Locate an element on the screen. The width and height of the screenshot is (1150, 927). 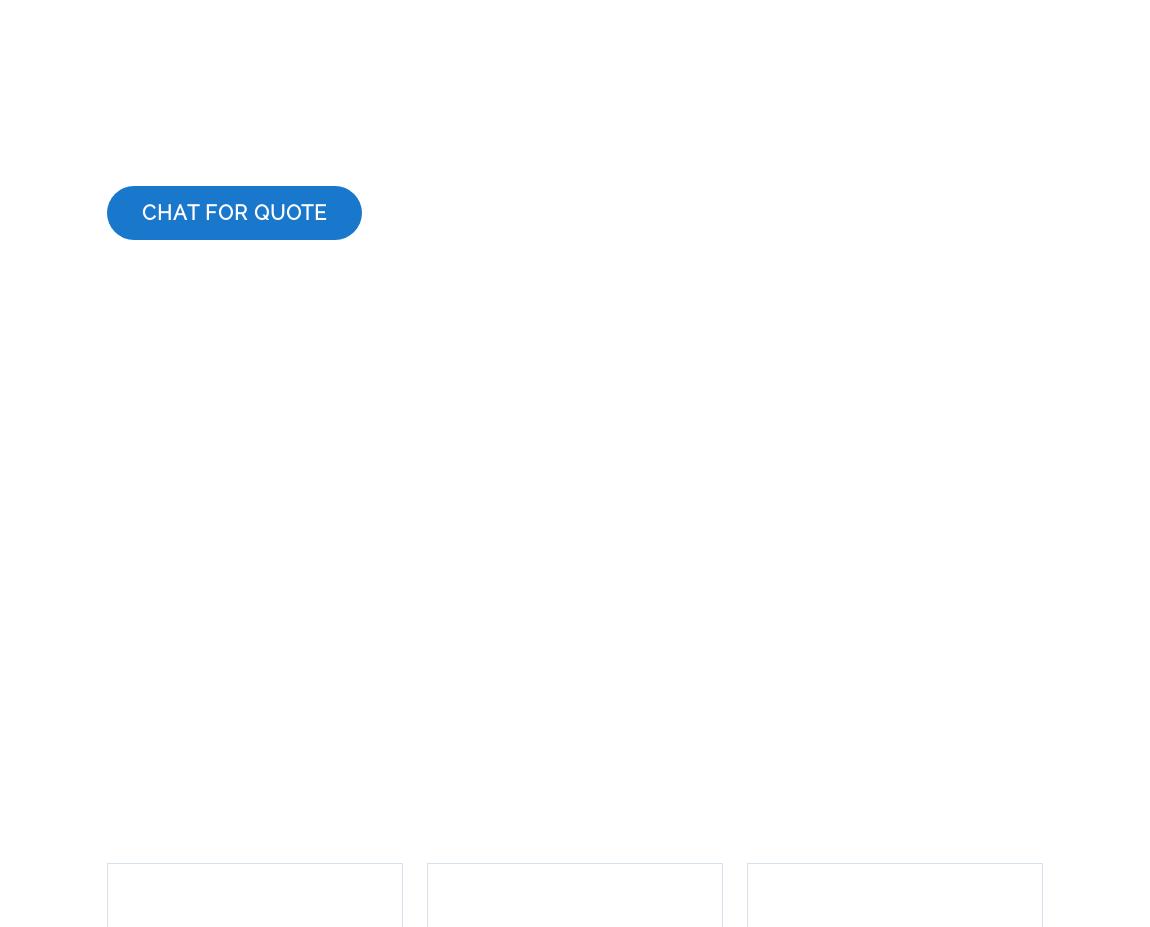
'Support' is located at coordinates (296, 691).